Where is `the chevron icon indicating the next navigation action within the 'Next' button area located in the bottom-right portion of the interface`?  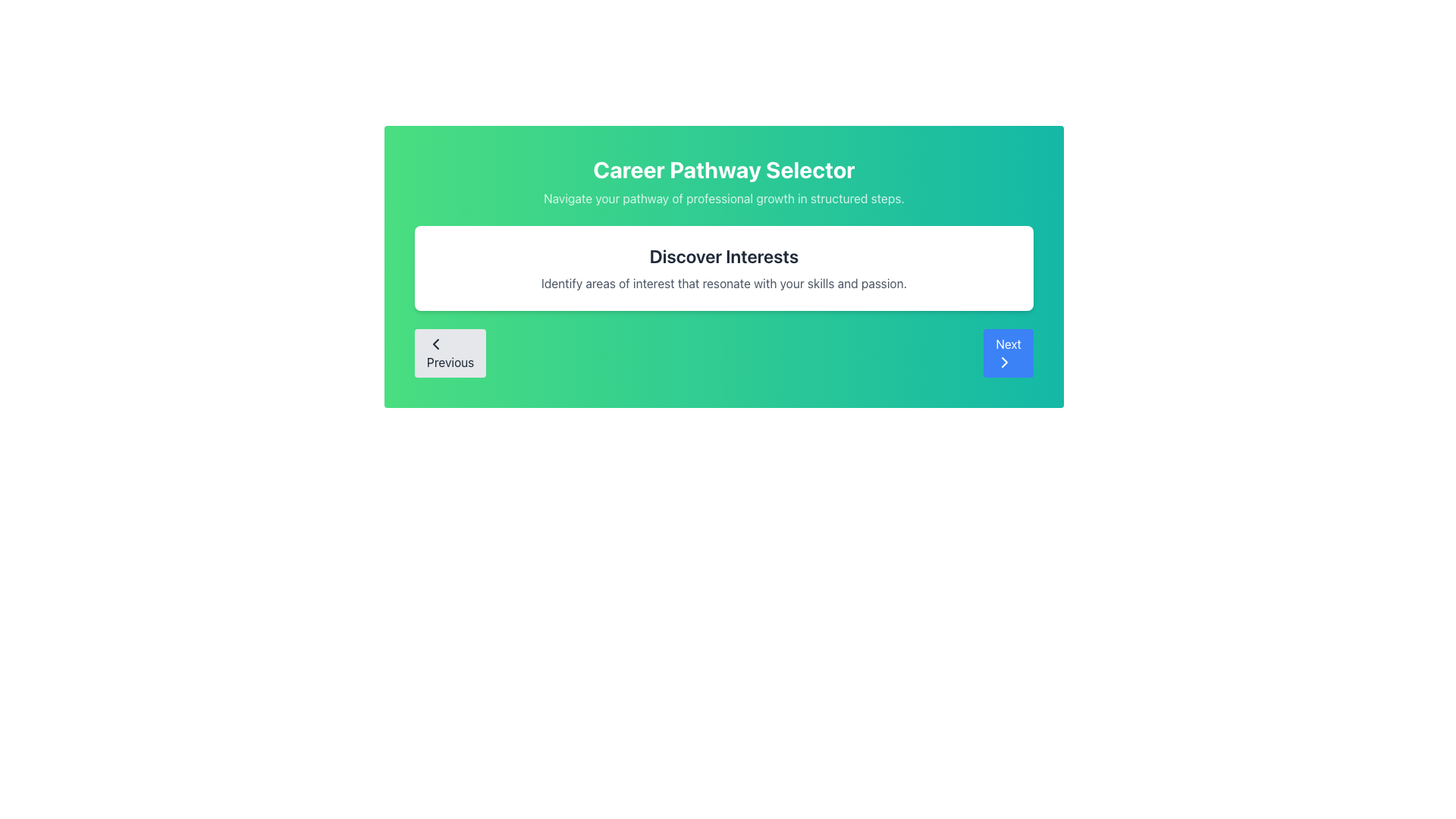 the chevron icon indicating the next navigation action within the 'Next' button area located in the bottom-right portion of the interface is located at coordinates (1005, 362).